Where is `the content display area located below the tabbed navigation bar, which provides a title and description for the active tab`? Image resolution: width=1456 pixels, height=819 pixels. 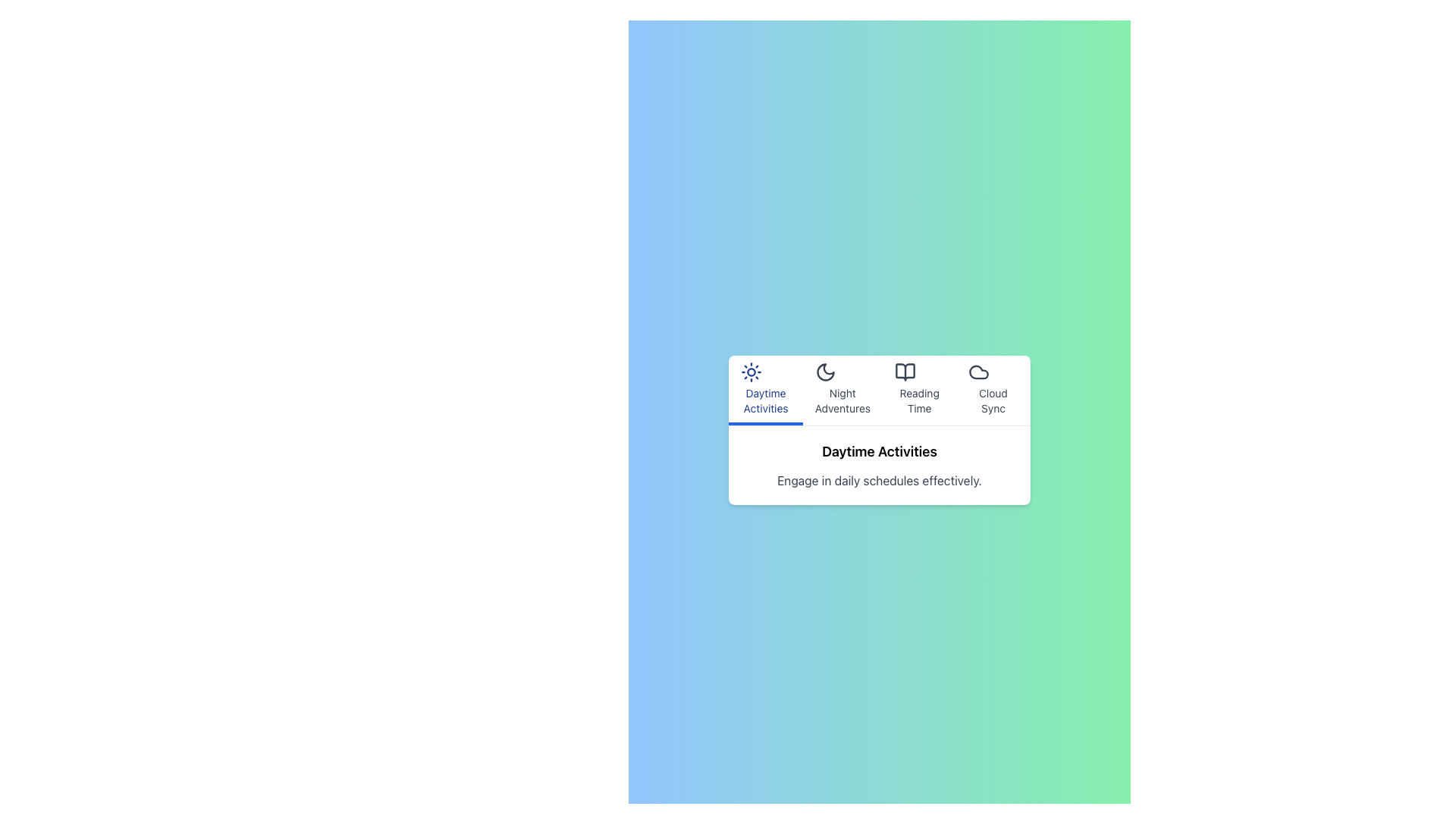 the content display area located below the tabbed navigation bar, which provides a title and description for the active tab is located at coordinates (880, 430).